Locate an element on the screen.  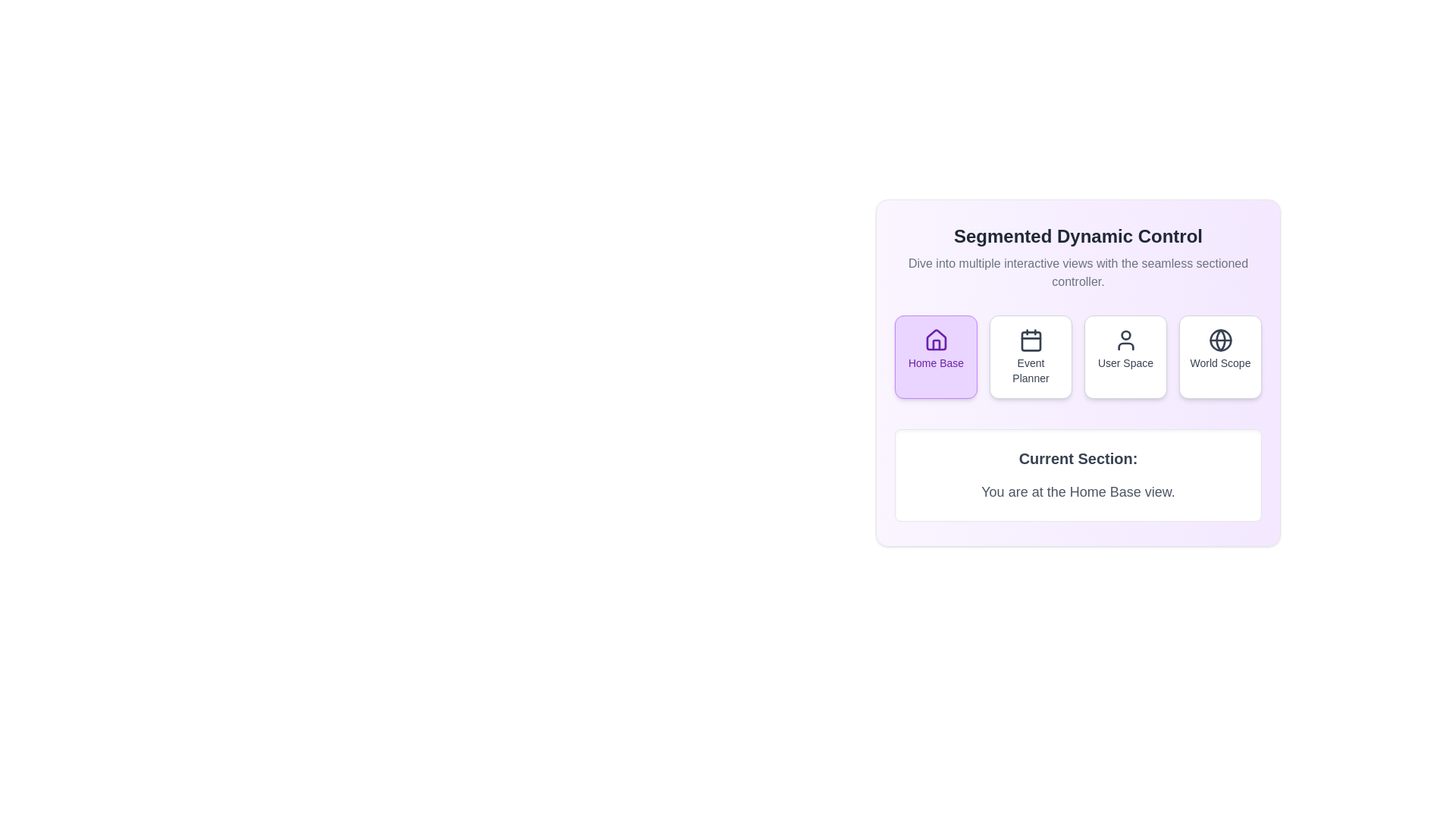
the 'User Space' icon located within the 'User Space' button, part of the 'Segmented Dynamic Control' section is located at coordinates (1125, 339).